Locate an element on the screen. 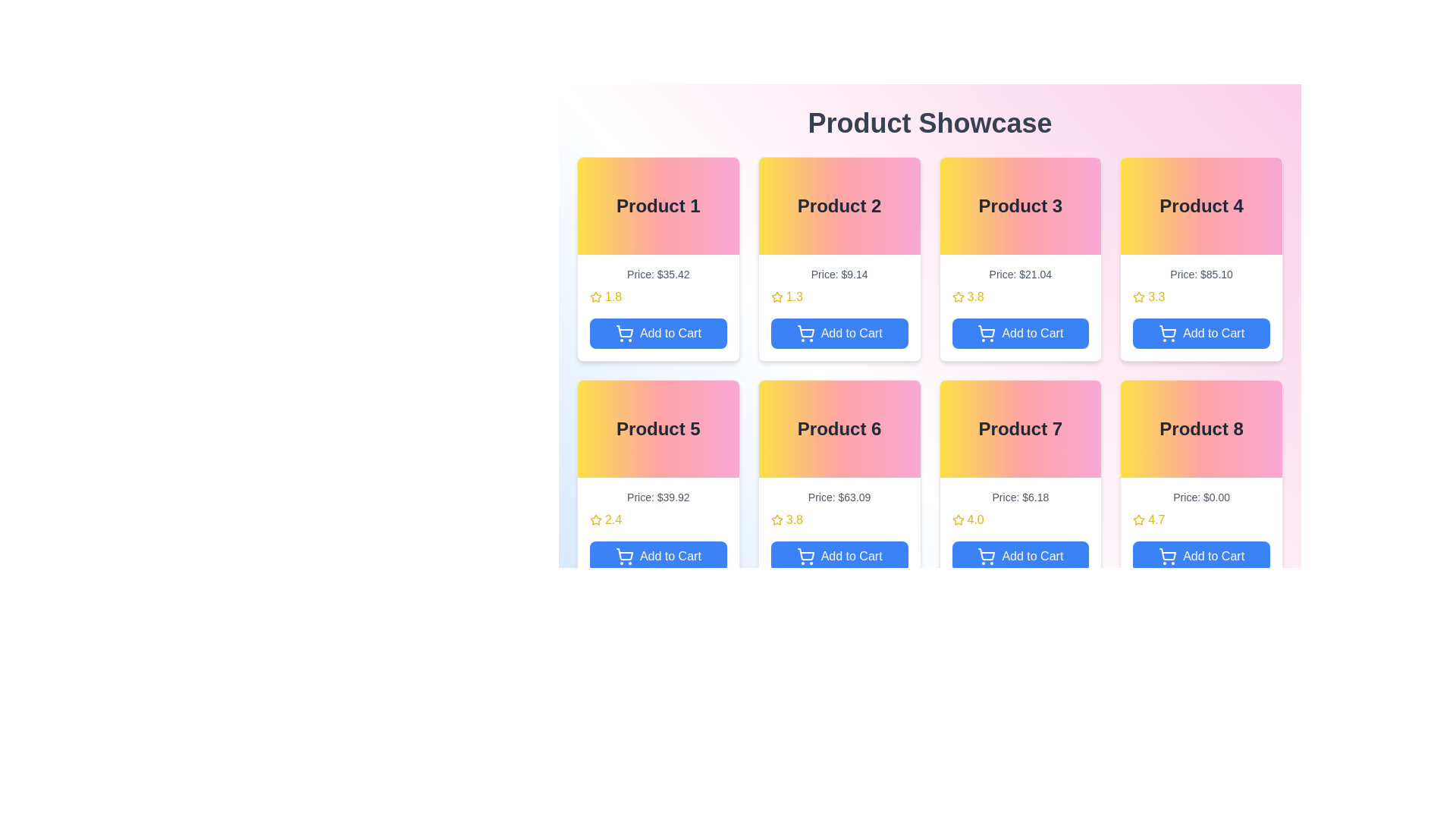 This screenshot has width=1456, height=819. the icon within the 'Add to Cart' button located under the 'Product 4' card, which represents the action of adding a product to the cart is located at coordinates (1167, 332).